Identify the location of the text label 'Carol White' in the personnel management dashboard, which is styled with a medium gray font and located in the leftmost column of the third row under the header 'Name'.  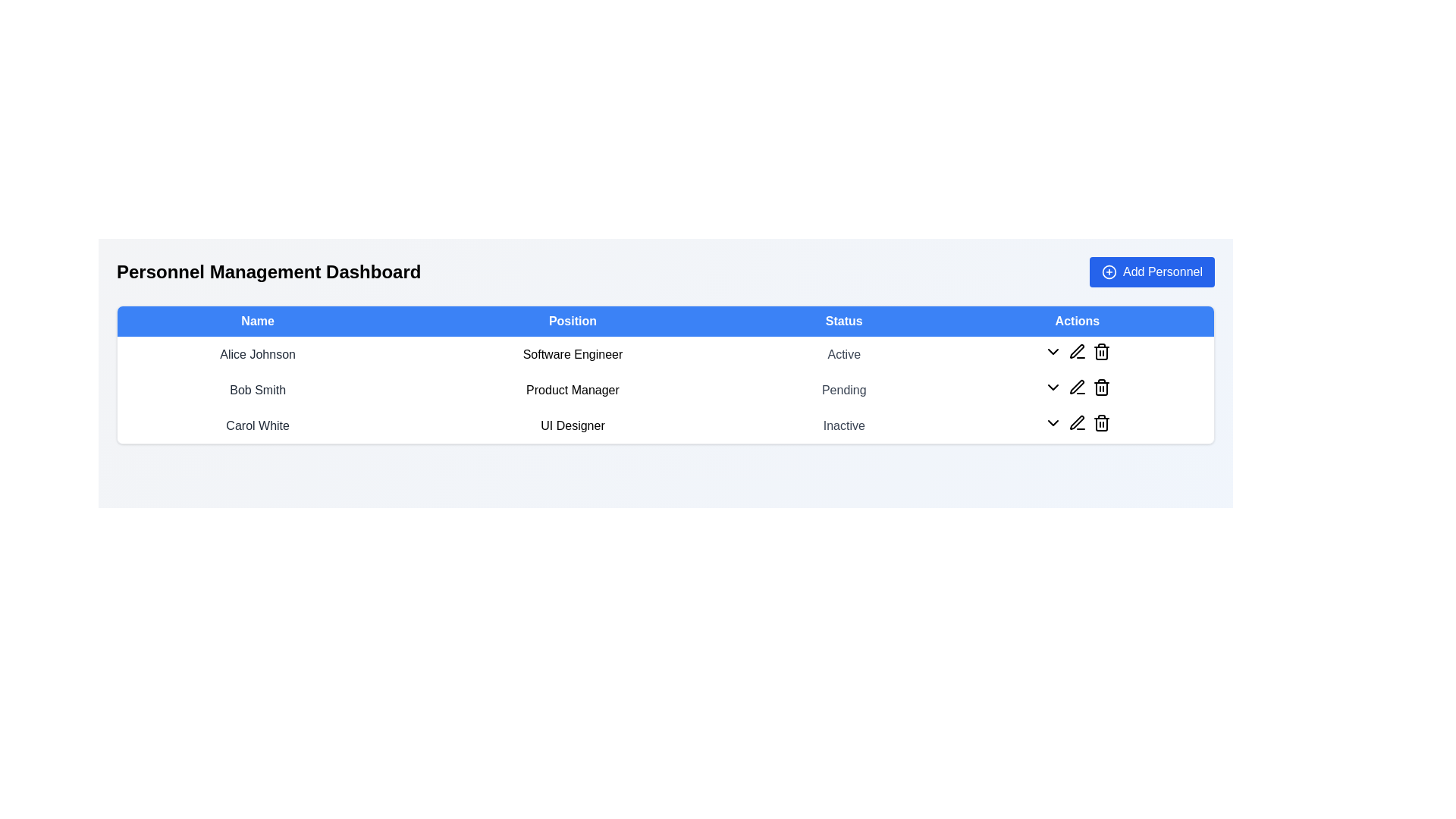
(258, 425).